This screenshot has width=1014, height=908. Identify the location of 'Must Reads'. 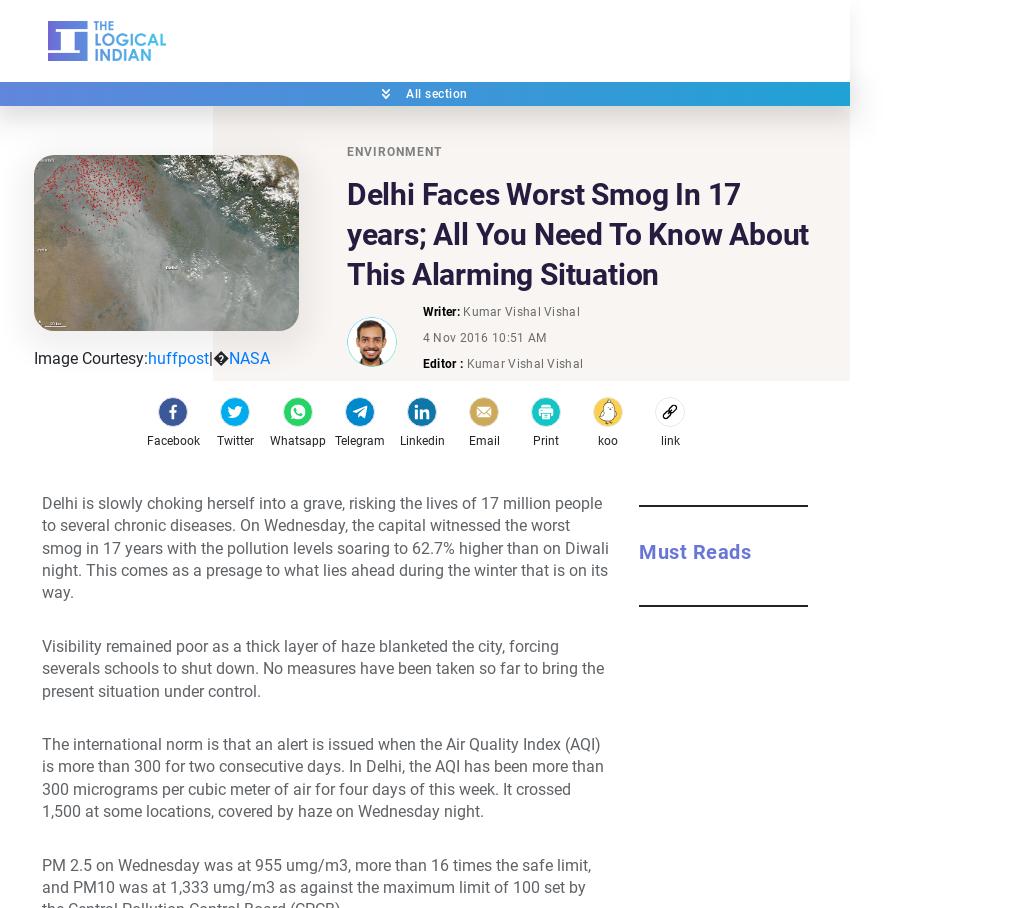
(693, 549).